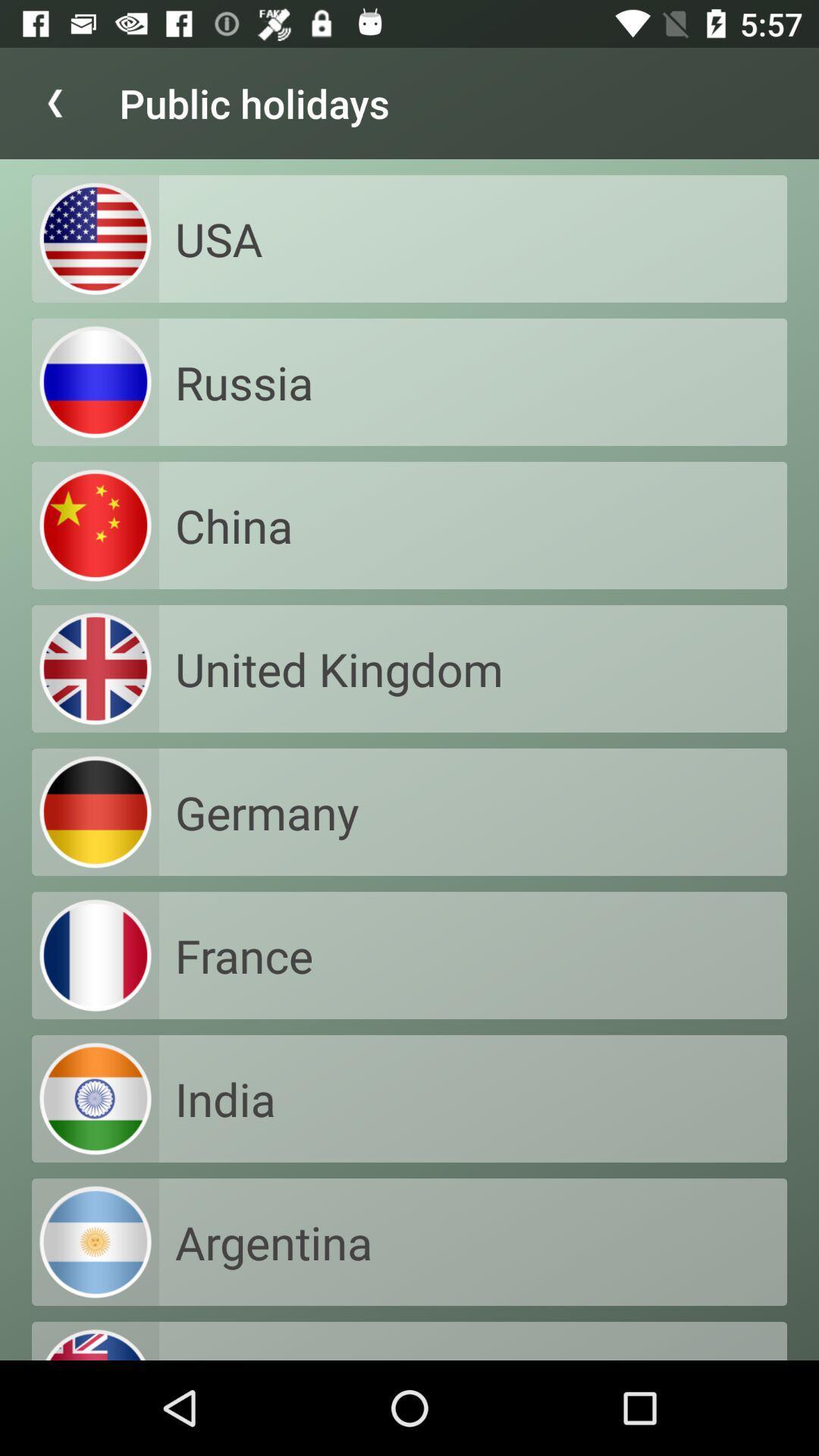 This screenshot has height=1456, width=819. Describe the element at coordinates (96, 382) in the screenshot. I see `icon beside russia` at that location.